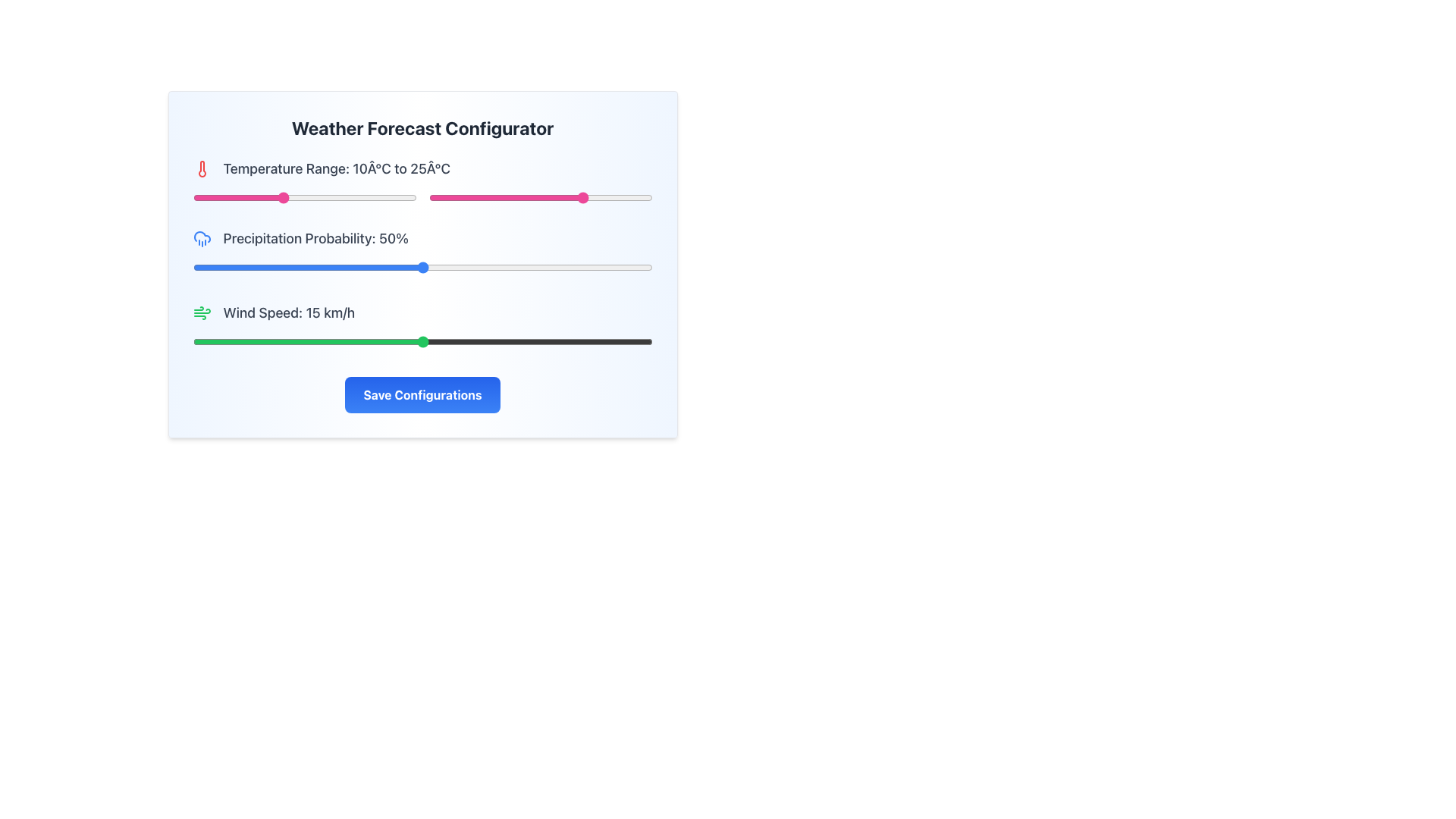  Describe the element at coordinates (269, 342) in the screenshot. I see `the wind speed` at that location.